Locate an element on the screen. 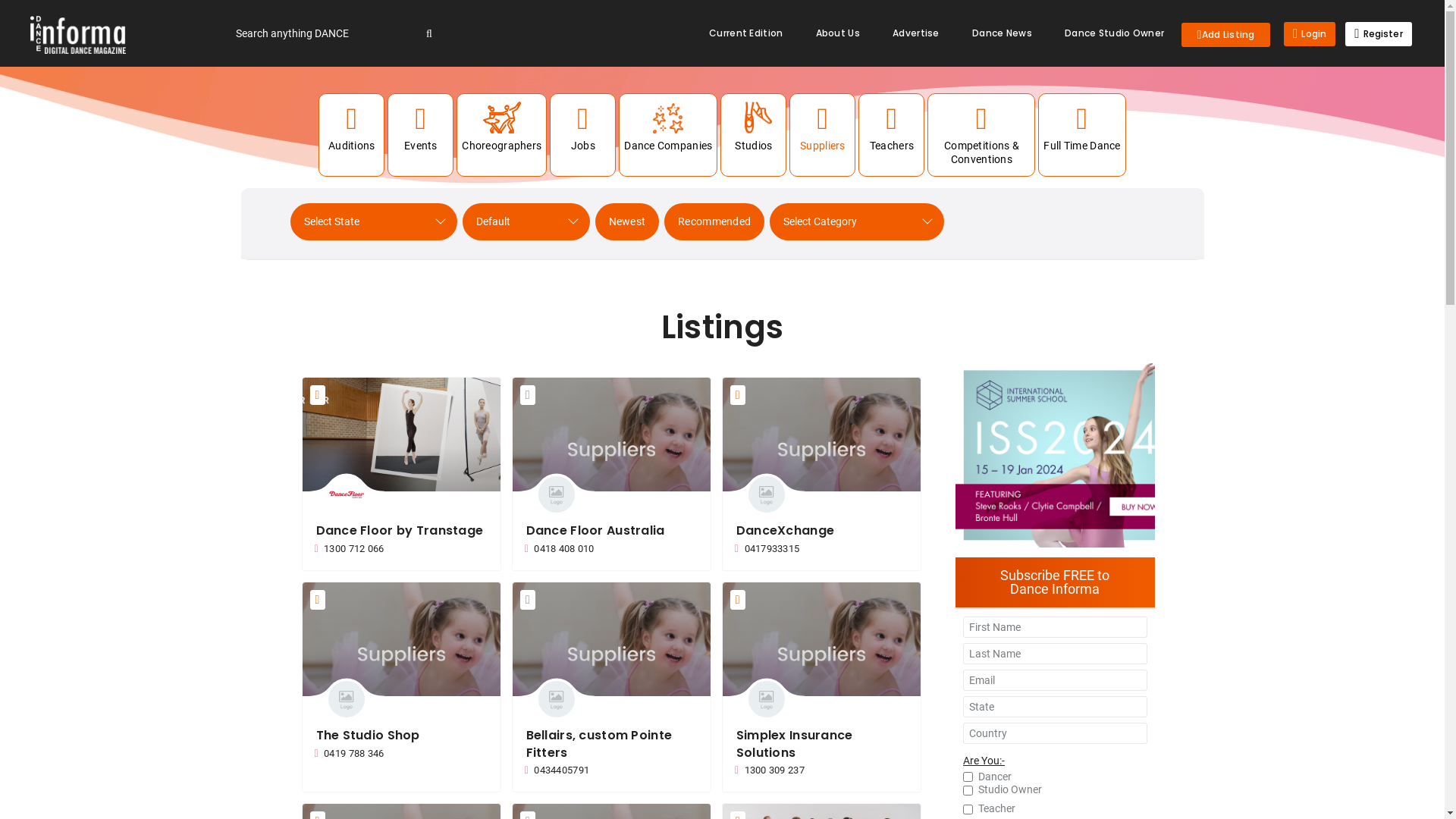 This screenshot has height=819, width=1456. 'Current Edition' is located at coordinates (693, 33).